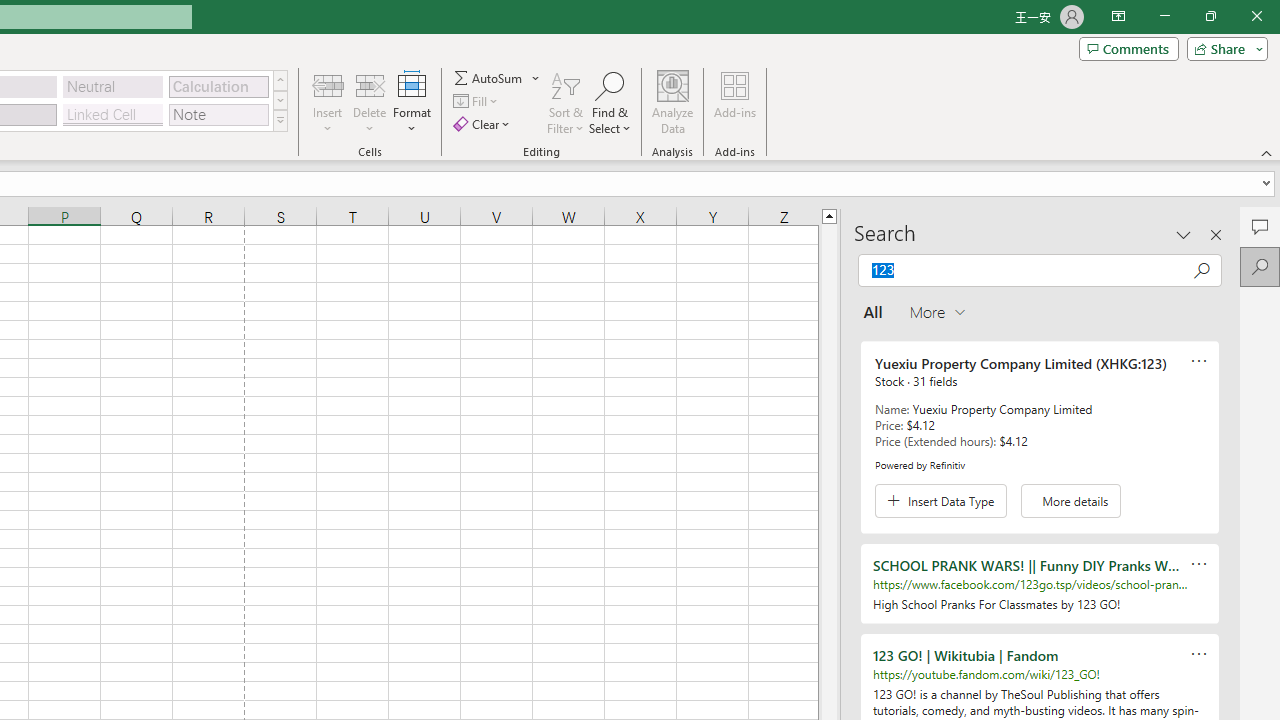 Image resolution: width=1280 pixels, height=720 pixels. What do you see at coordinates (218, 85) in the screenshot?
I see `'Calculation'` at bounding box center [218, 85].